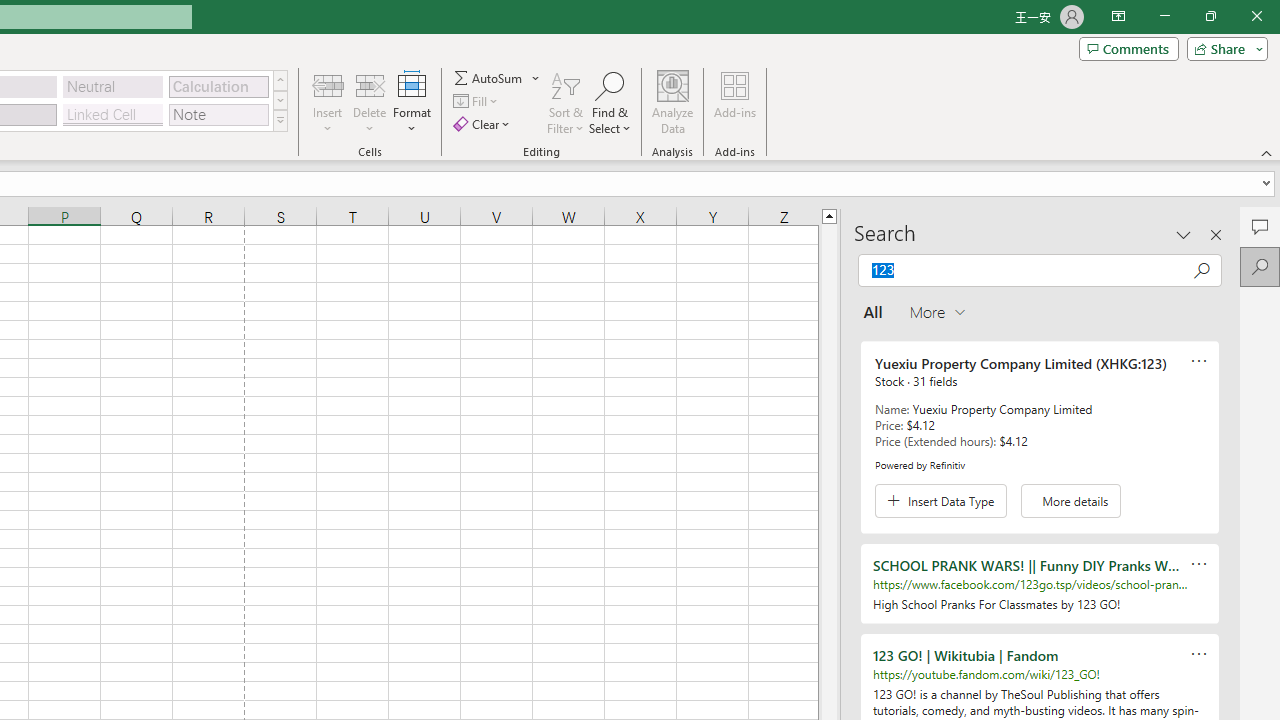 Image resolution: width=1280 pixels, height=720 pixels. What do you see at coordinates (218, 85) in the screenshot?
I see `'Calculation'` at bounding box center [218, 85].